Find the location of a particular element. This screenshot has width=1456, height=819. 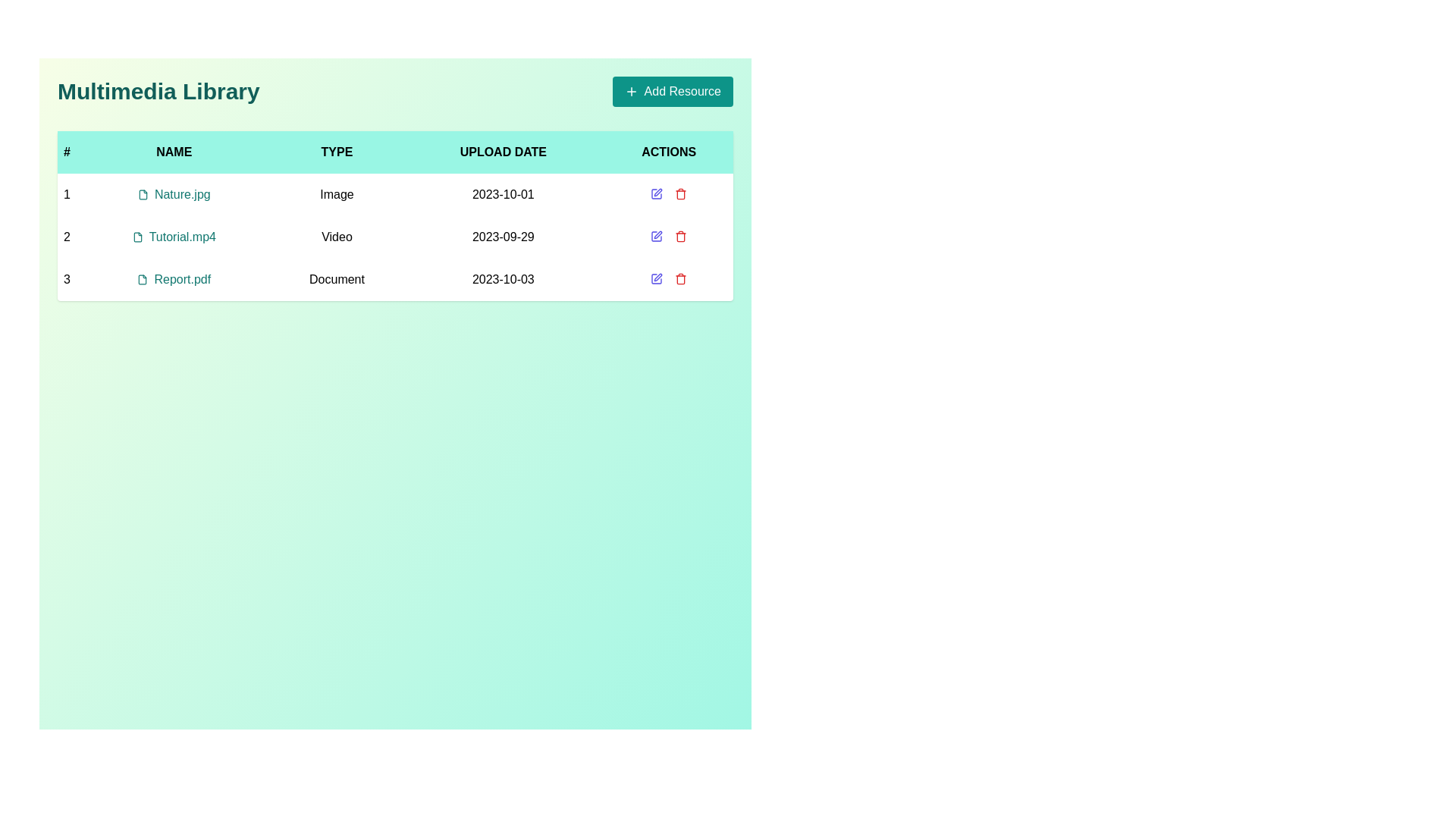

the red trash can icon button is located at coordinates (679, 193).